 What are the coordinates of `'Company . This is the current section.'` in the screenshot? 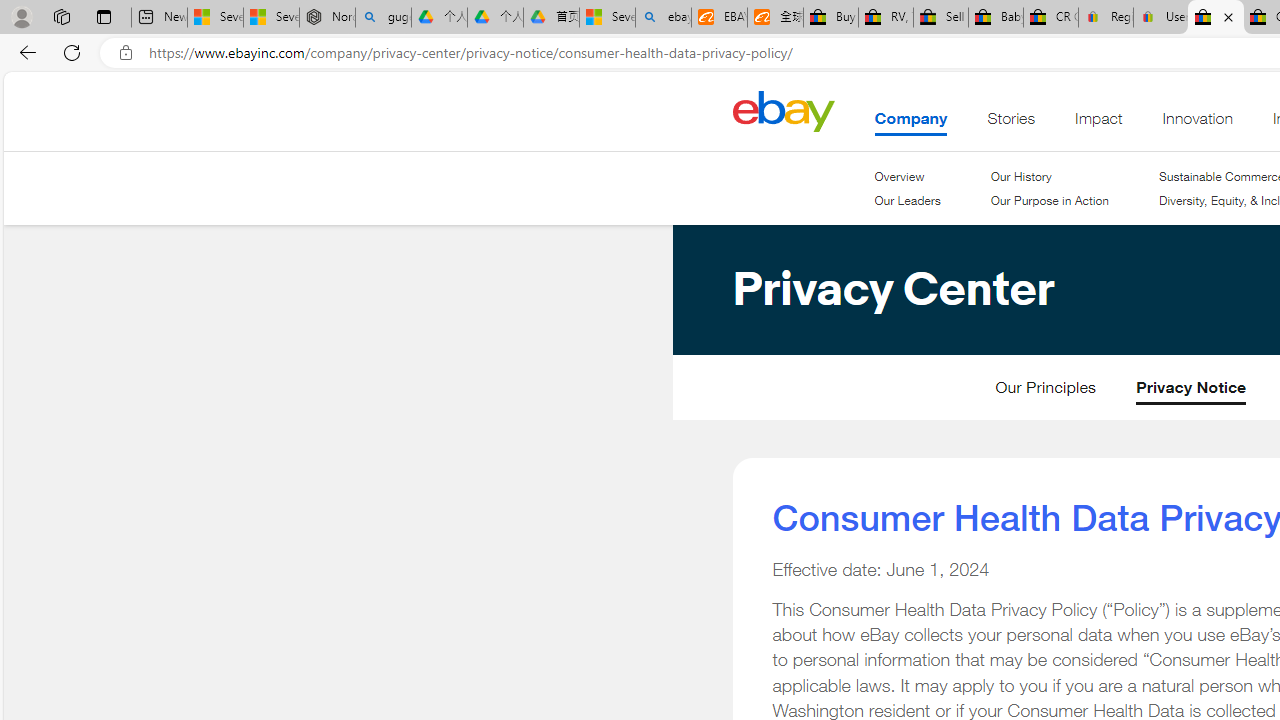 It's located at (910, 123).